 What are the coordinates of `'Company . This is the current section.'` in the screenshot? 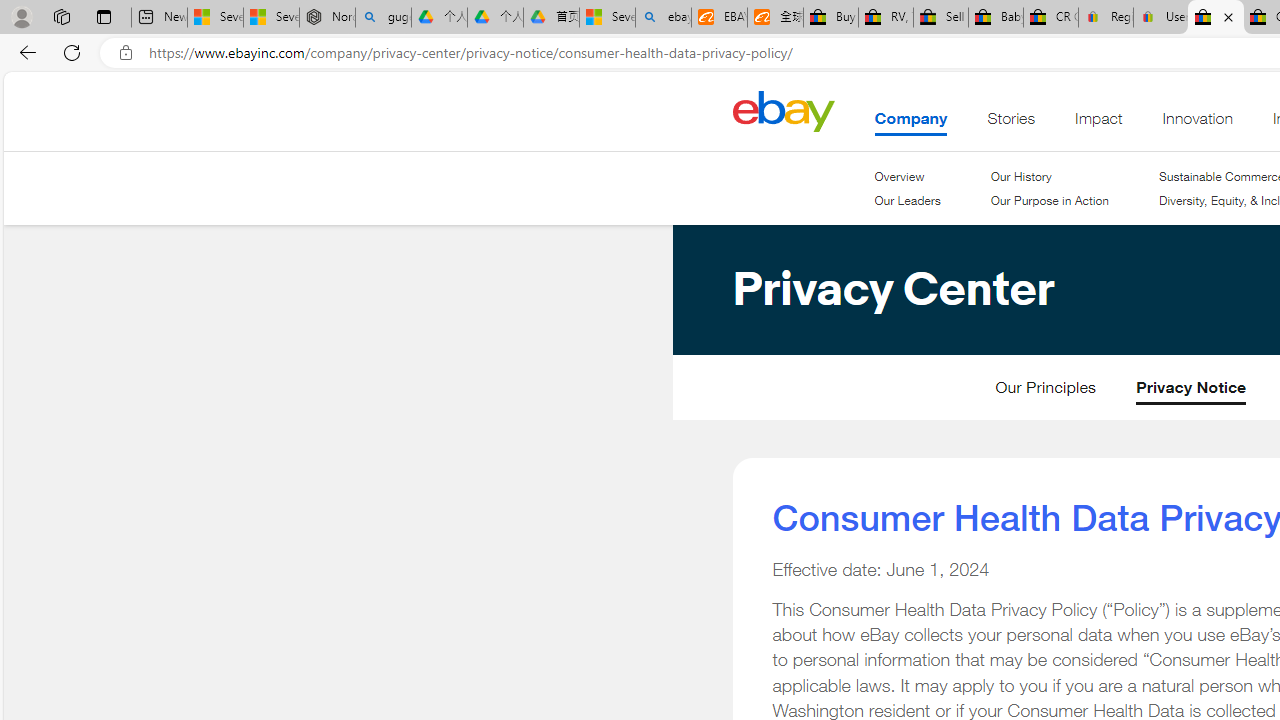 It's located at (910, 123).